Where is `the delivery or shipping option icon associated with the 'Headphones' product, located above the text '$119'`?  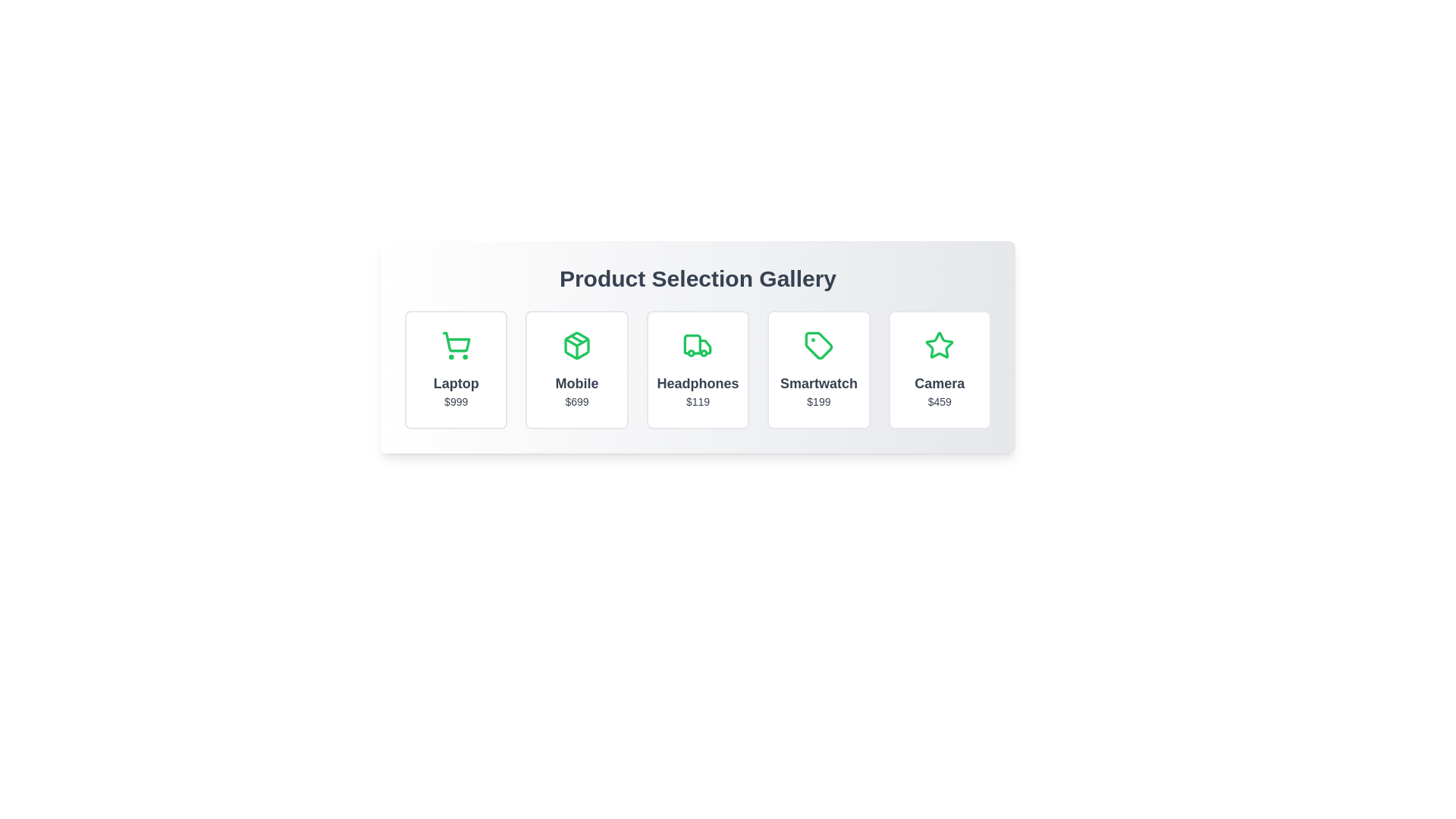
the delivery or shipping option icon associated with the 'Headphones' product, located above the text '$119' is located at coordinates (697, 345).